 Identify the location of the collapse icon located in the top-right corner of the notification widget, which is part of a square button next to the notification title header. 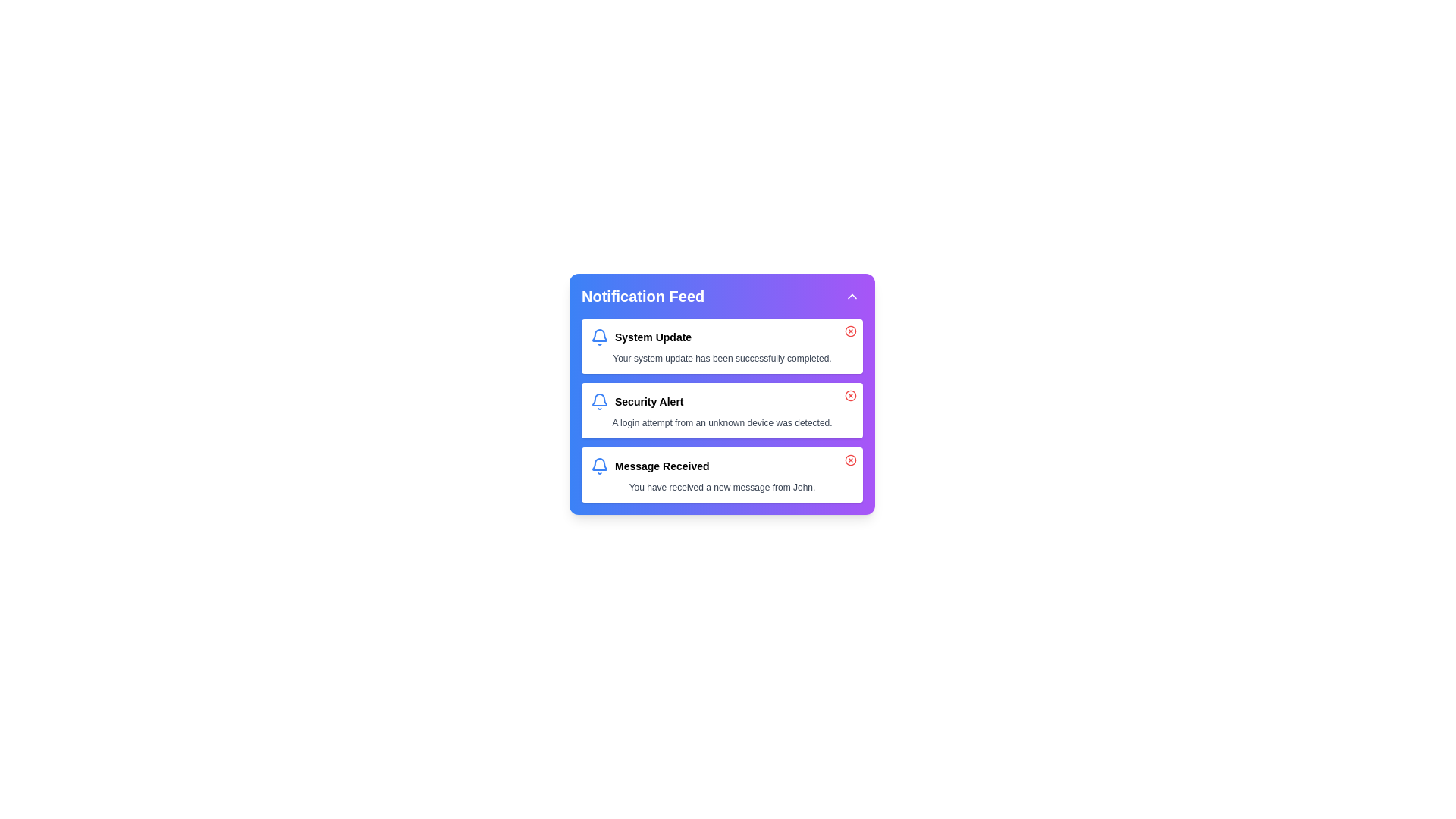
(852, 296).